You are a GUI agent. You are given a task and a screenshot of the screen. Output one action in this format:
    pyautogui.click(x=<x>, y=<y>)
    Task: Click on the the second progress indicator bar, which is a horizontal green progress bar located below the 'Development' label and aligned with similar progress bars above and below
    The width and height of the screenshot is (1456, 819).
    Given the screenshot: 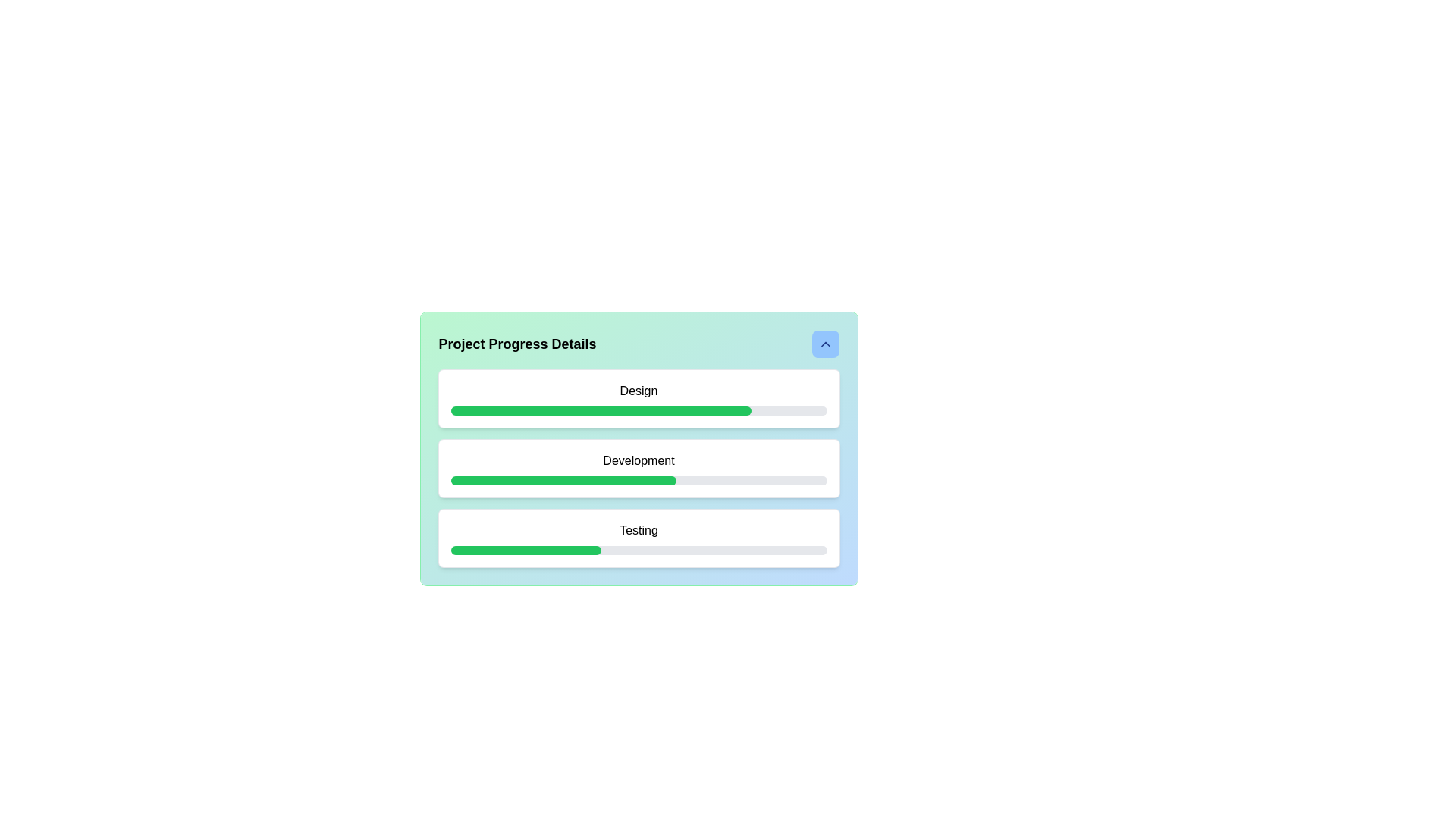 What is the action you would take?
    pyautogui.click(x=563, y=480)
    